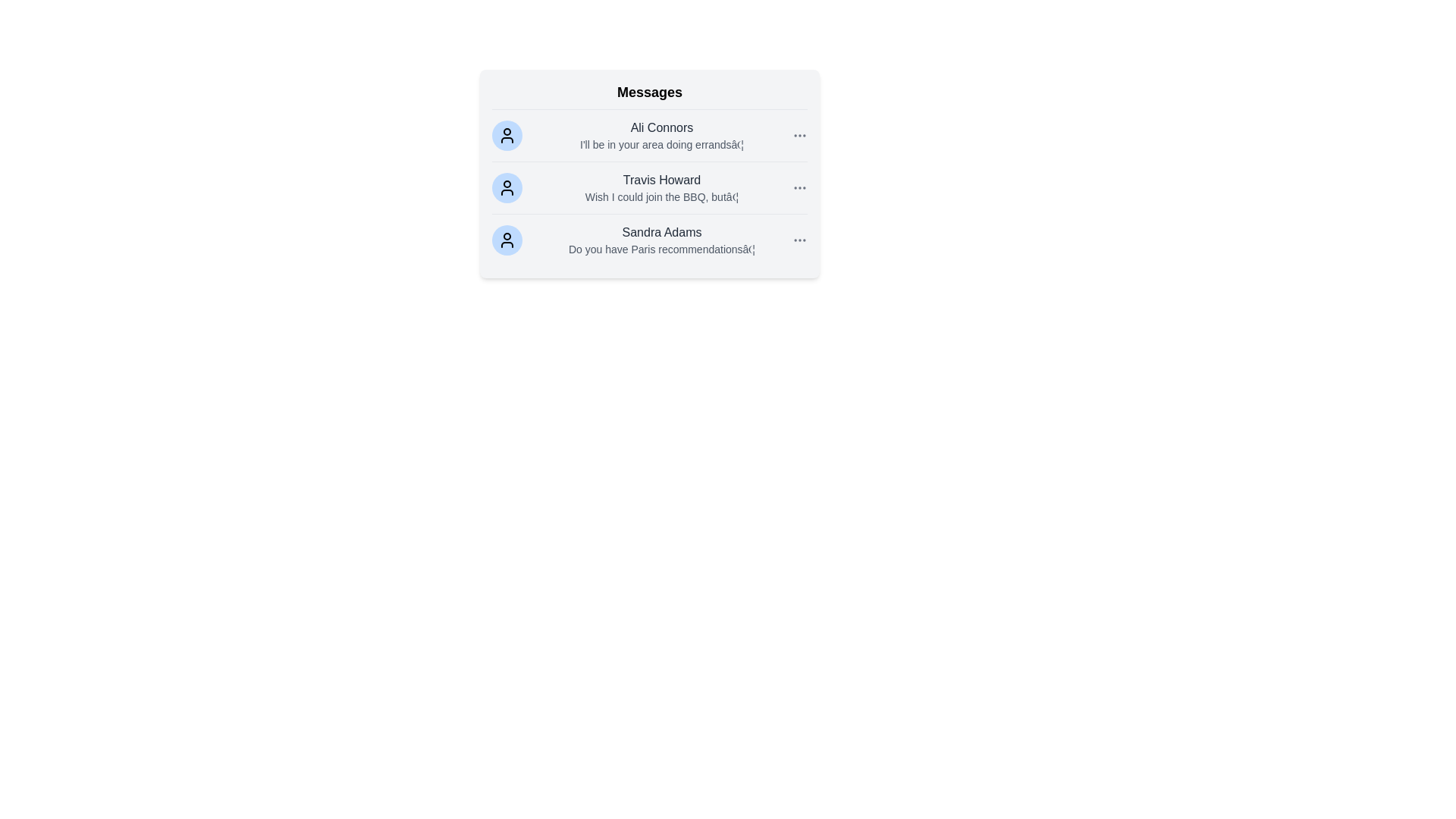 The width and height of the screenshot is (1456, 819). Describe the element at coordinates (507, 187) in the screenshot. I see `the circular blue Avatar icon featuring a user silhouette, located to the left of the text 'Travis Howard'` at that location.